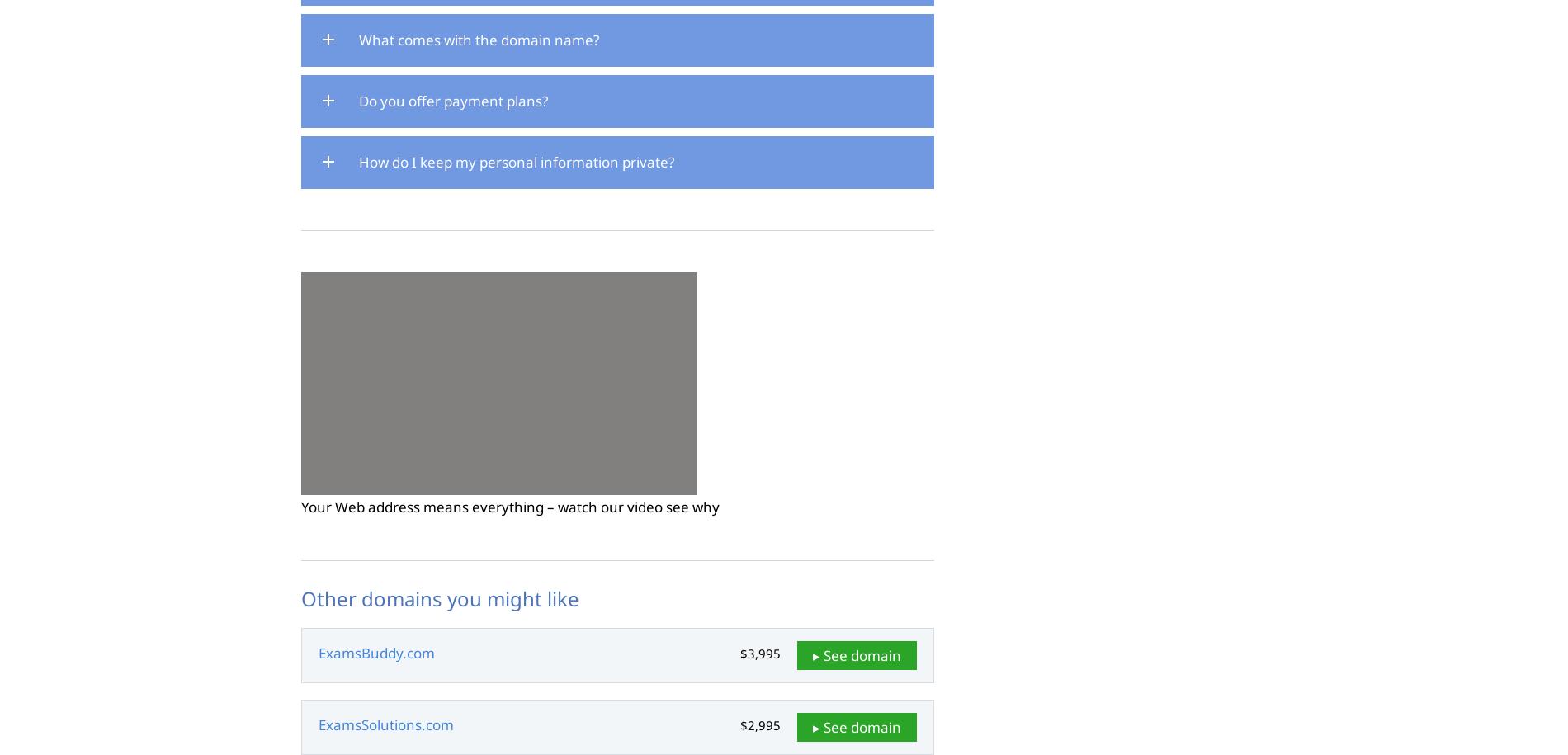  What do you see at coordinates (759, 724) in the screenshot?
I see `'$2,995'` at bounding box center [759, 724].